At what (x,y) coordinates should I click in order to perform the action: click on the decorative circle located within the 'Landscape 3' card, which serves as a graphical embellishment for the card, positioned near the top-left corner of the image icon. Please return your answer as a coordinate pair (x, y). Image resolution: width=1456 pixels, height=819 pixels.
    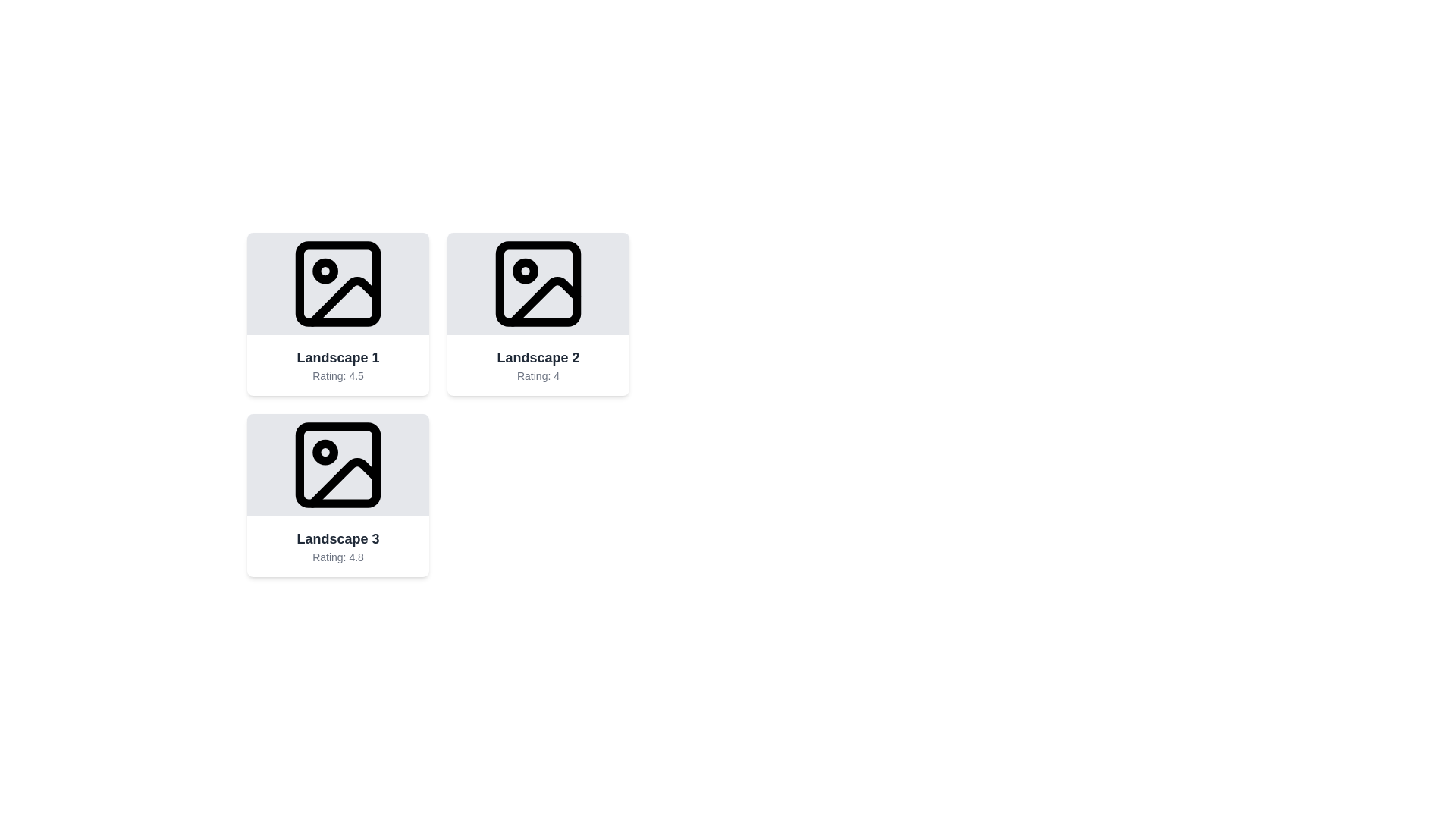
    Looking at the image, I should click on (325, 451).